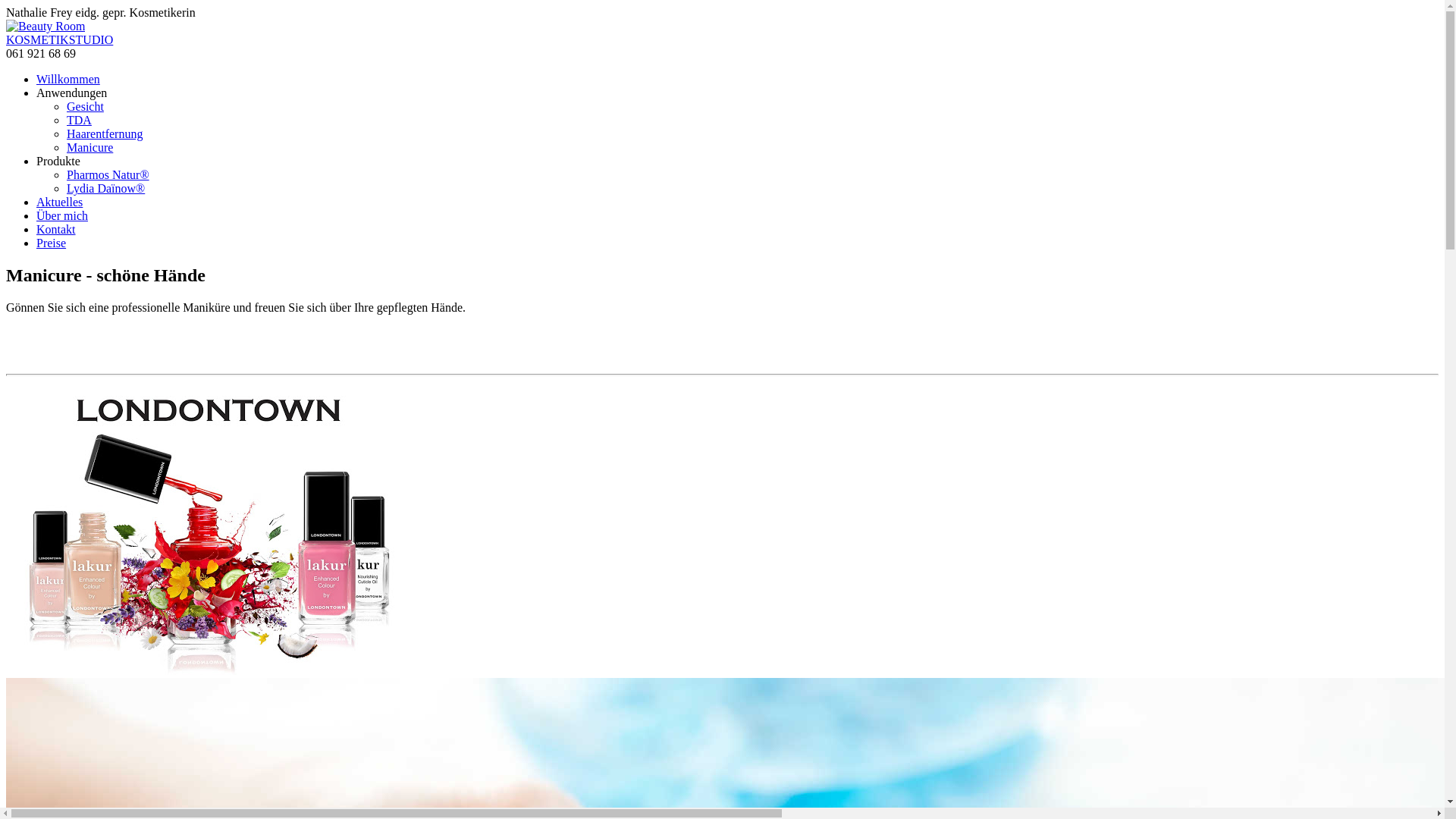 The height and width of the screenshot is (819, 1456). Describe the element at coordinates (67, 79) in the screenshot. I see `'Willkommen'` at that location.